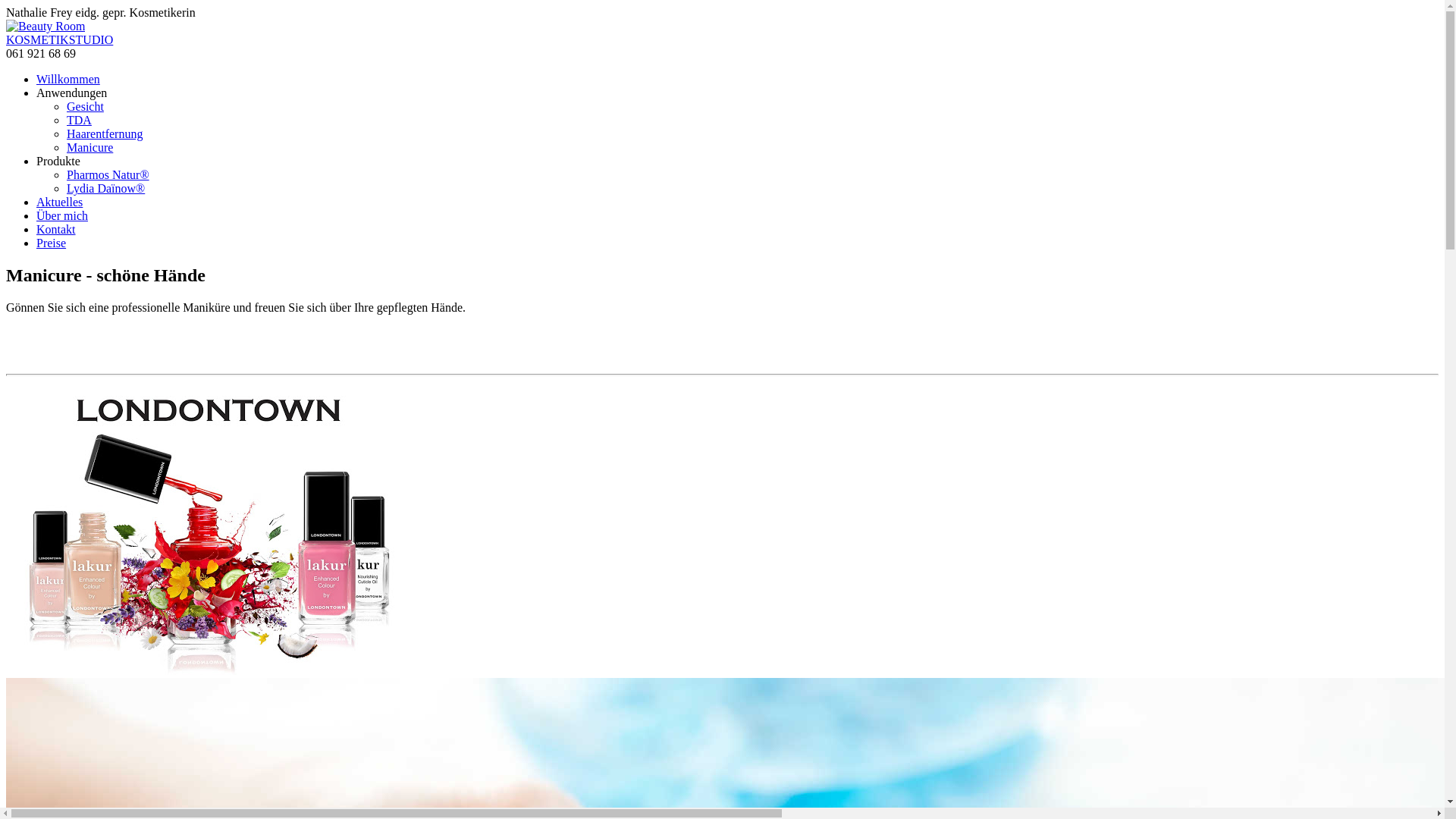 The height and width of the screenshot is (819, 1456). Describe the element at coordinates (67, 79) in the screenshot. I see `'Willkommen'` at that location.